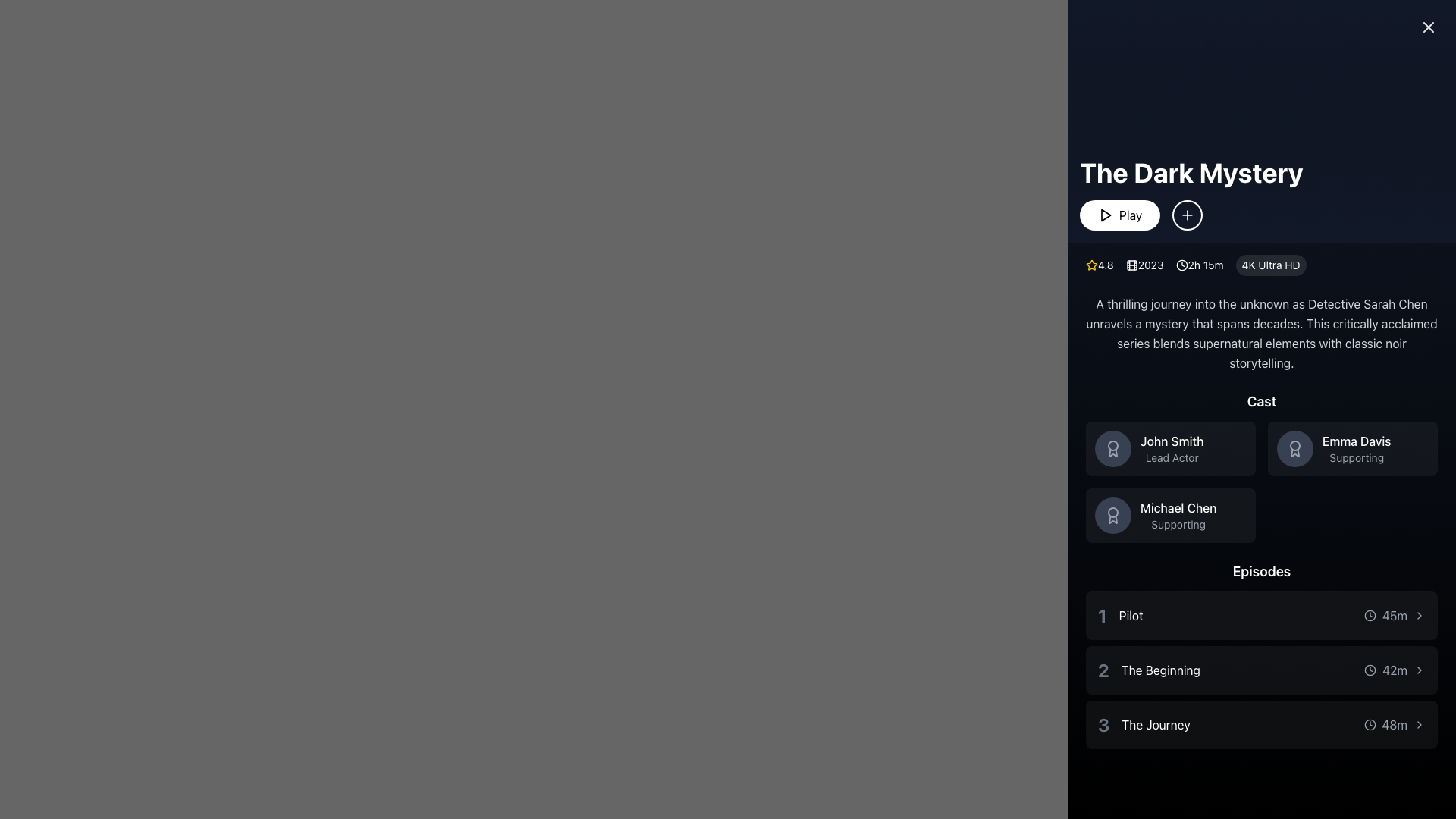 The image size is (1456, 819). I want to click on the text label representing the title of the first episode, so click(1120, 616).